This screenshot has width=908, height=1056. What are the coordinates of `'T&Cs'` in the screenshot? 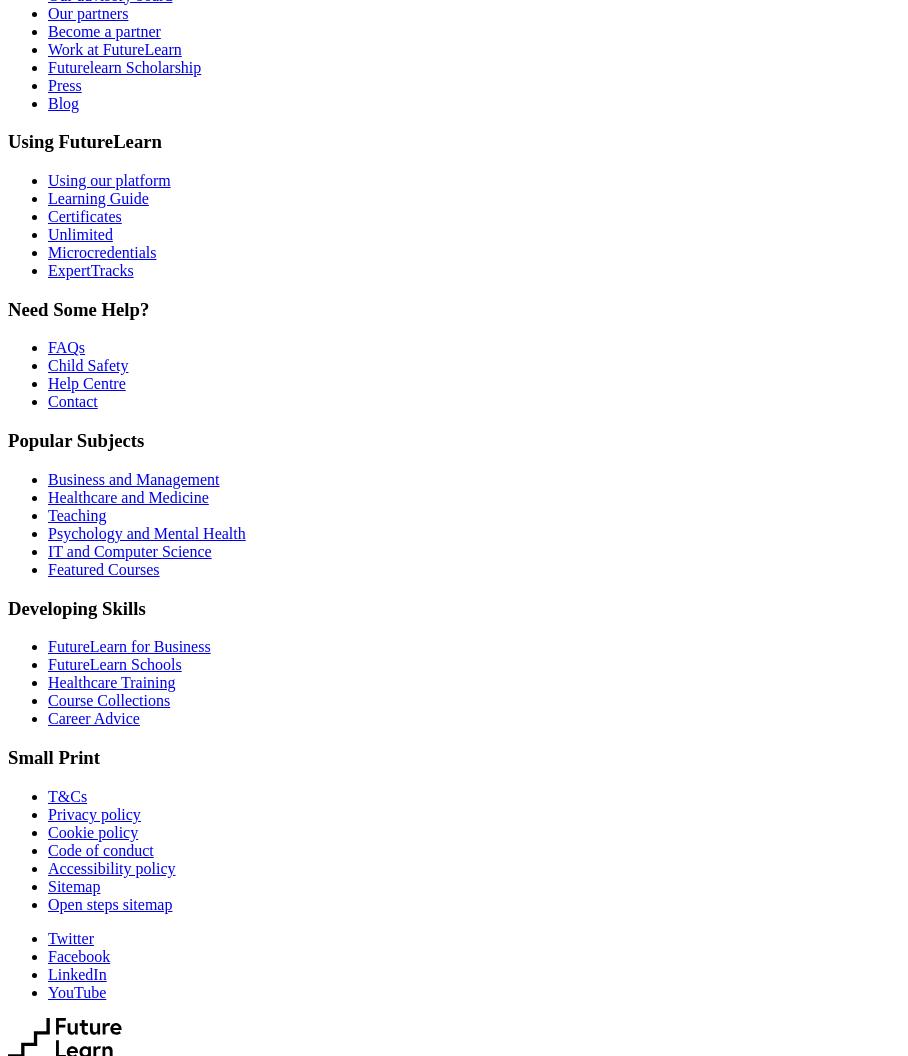 It's located at (67, 795).